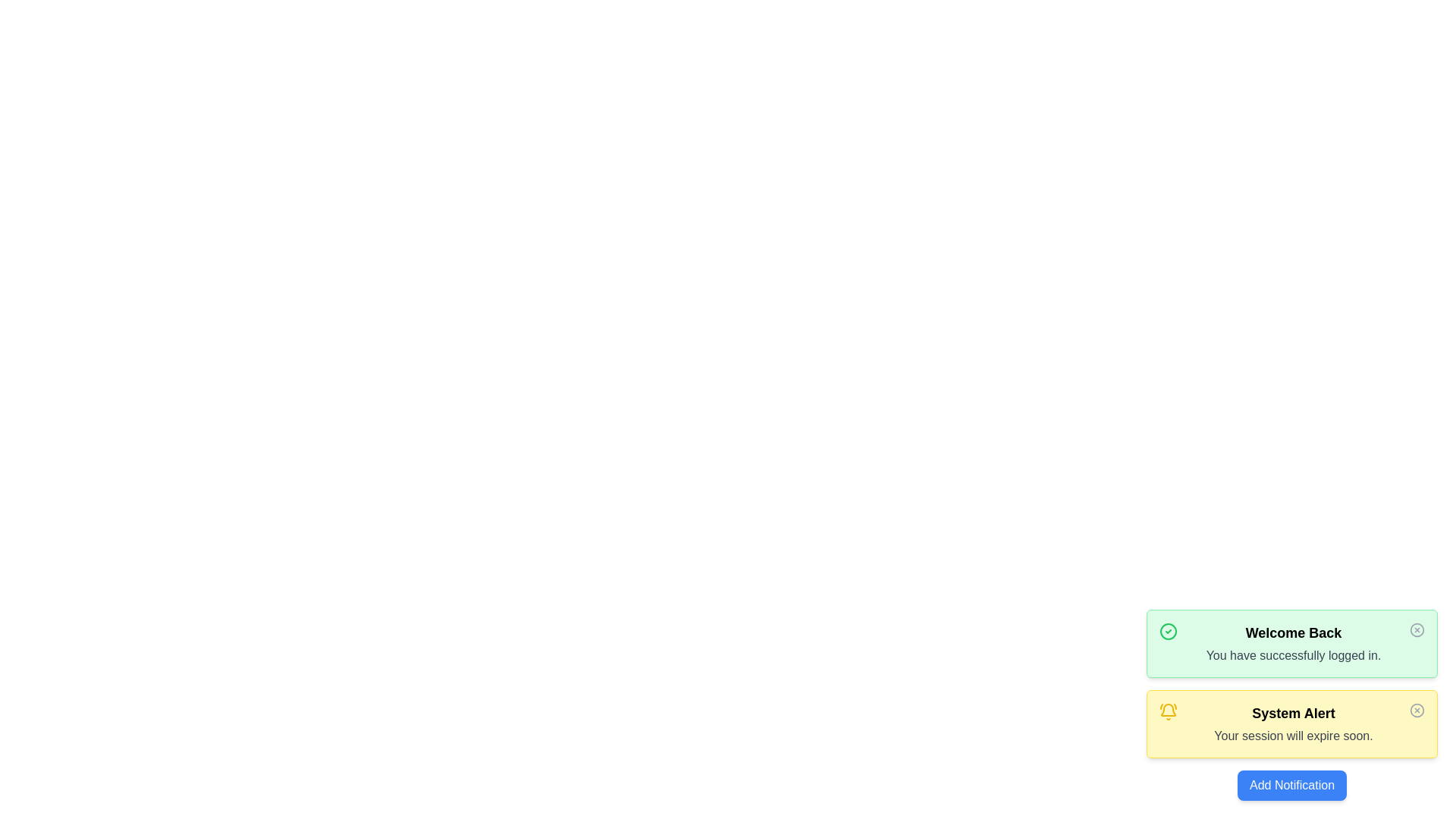 This screenshot has height=819, width=1456. I want to click on the blue rectangular button labeled 'Add Notification', so click(1291, 785).